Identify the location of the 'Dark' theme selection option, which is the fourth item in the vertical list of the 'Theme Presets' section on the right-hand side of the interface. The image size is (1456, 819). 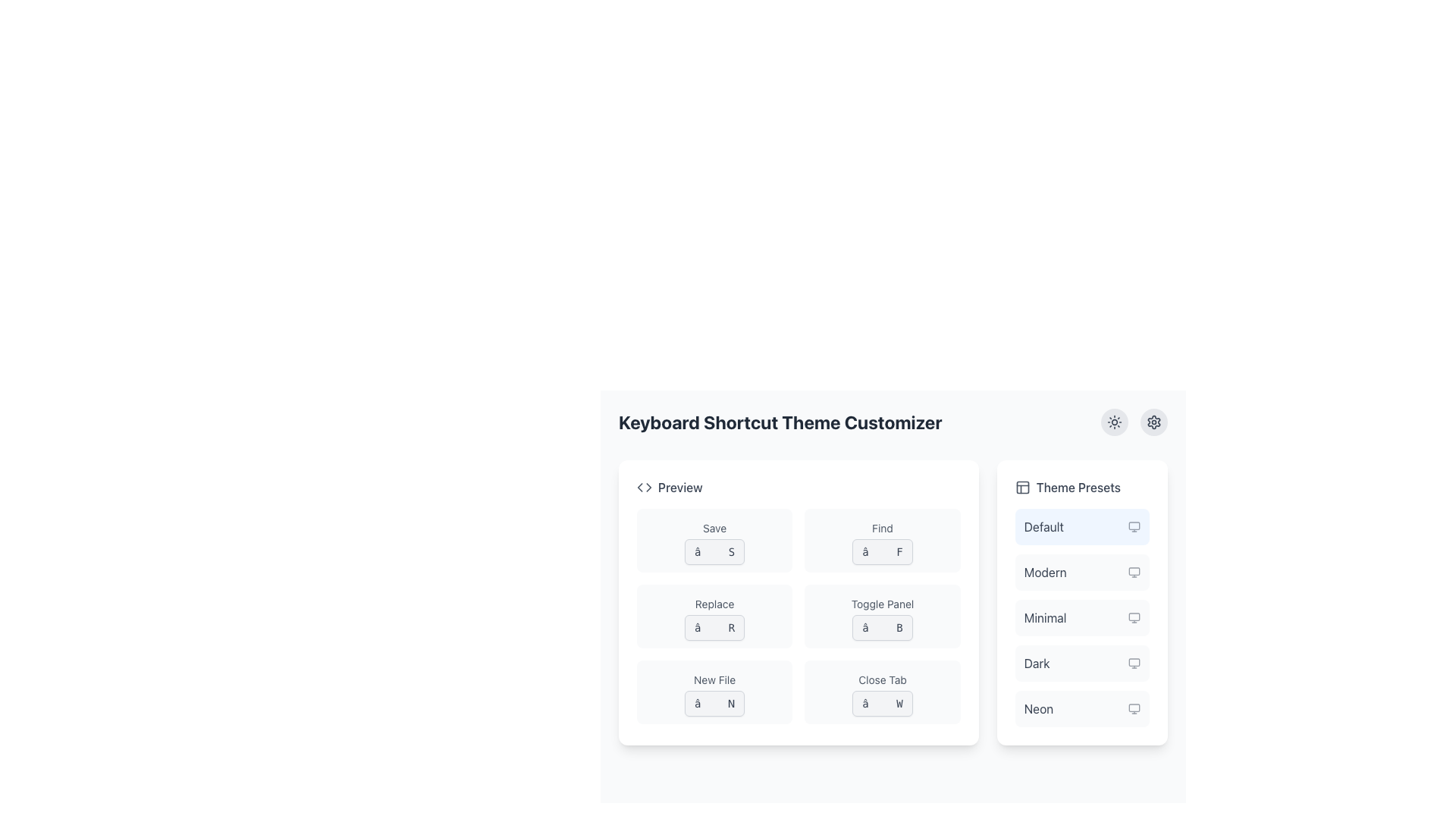
(1081, 663).